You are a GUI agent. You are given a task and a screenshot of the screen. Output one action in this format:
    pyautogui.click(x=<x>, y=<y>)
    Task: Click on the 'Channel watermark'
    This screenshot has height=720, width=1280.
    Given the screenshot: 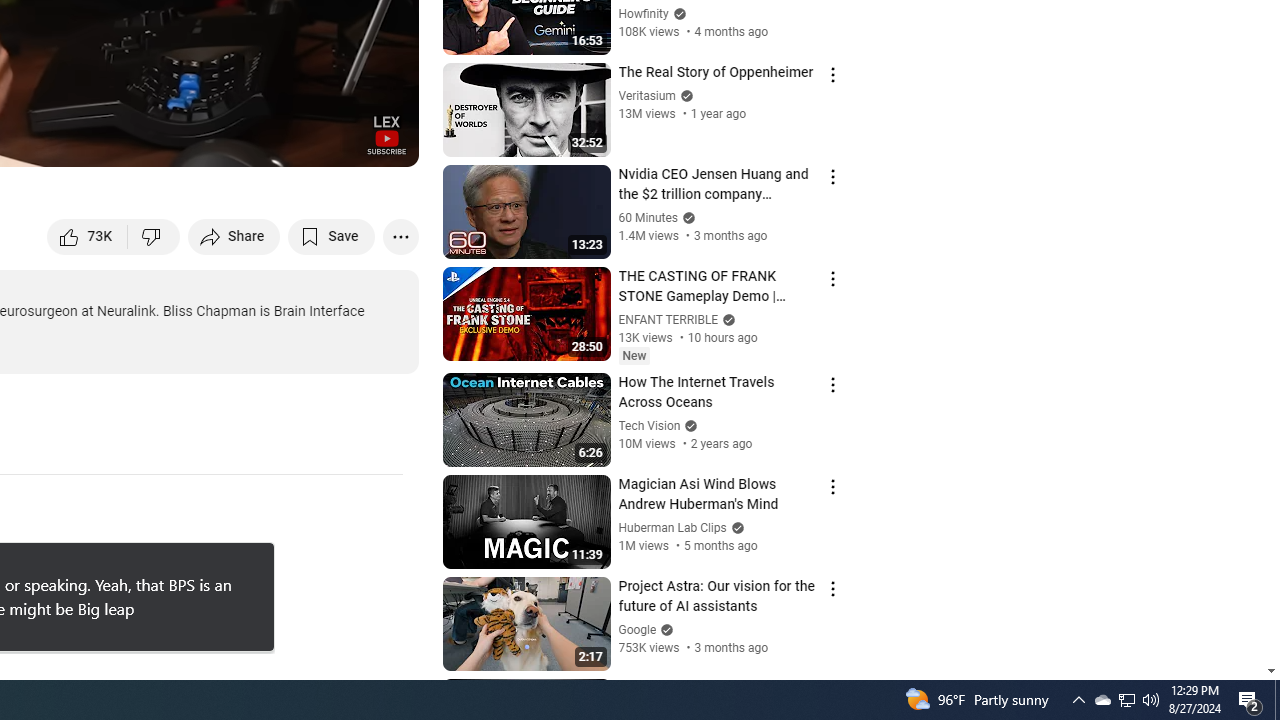 What is the action you would take?
    pyautogui.click(x=386, y=135)
    